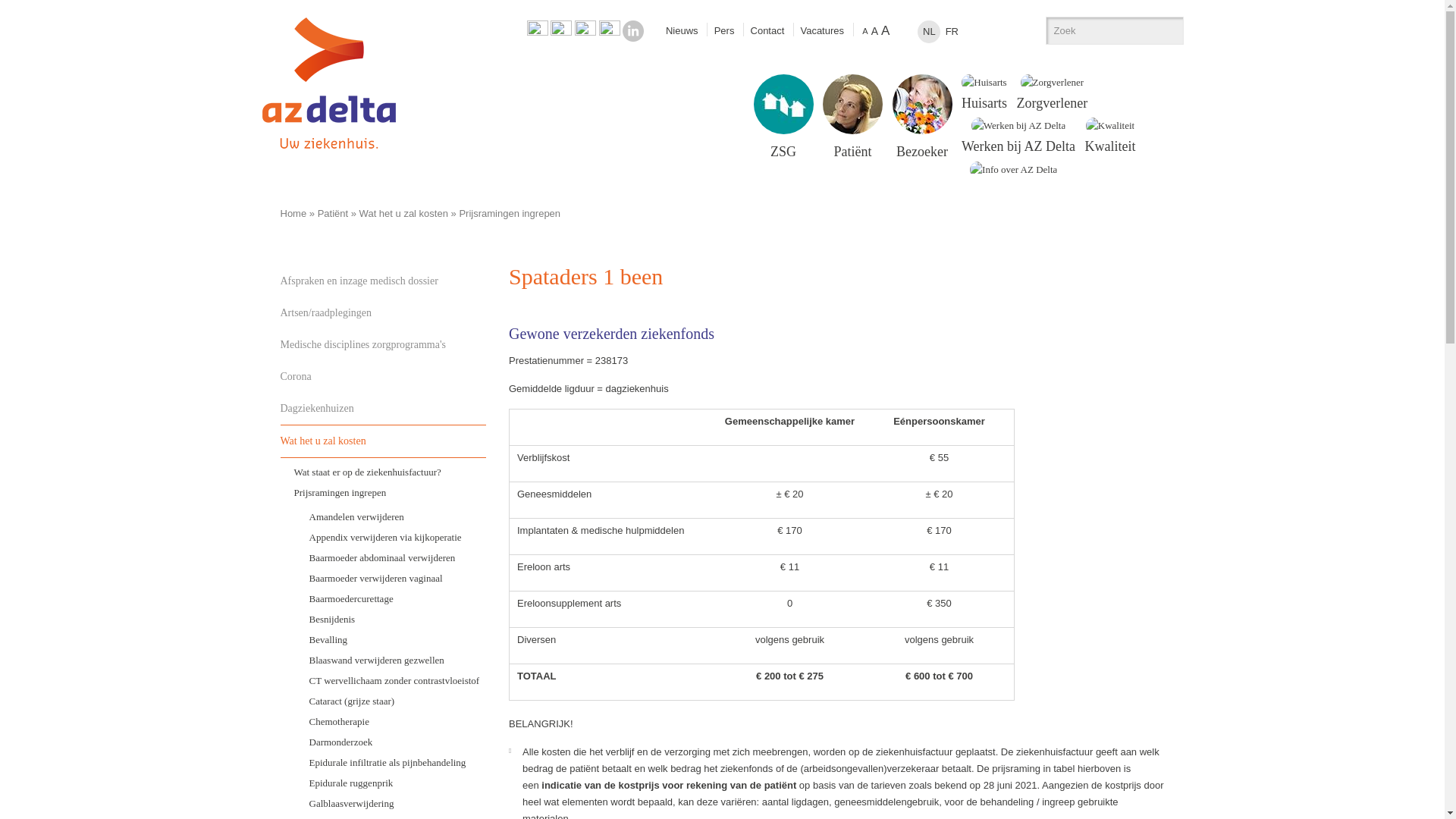  I want to click on 'CT wervellichaam zonder contrastvloeistof', so click(391, 679).